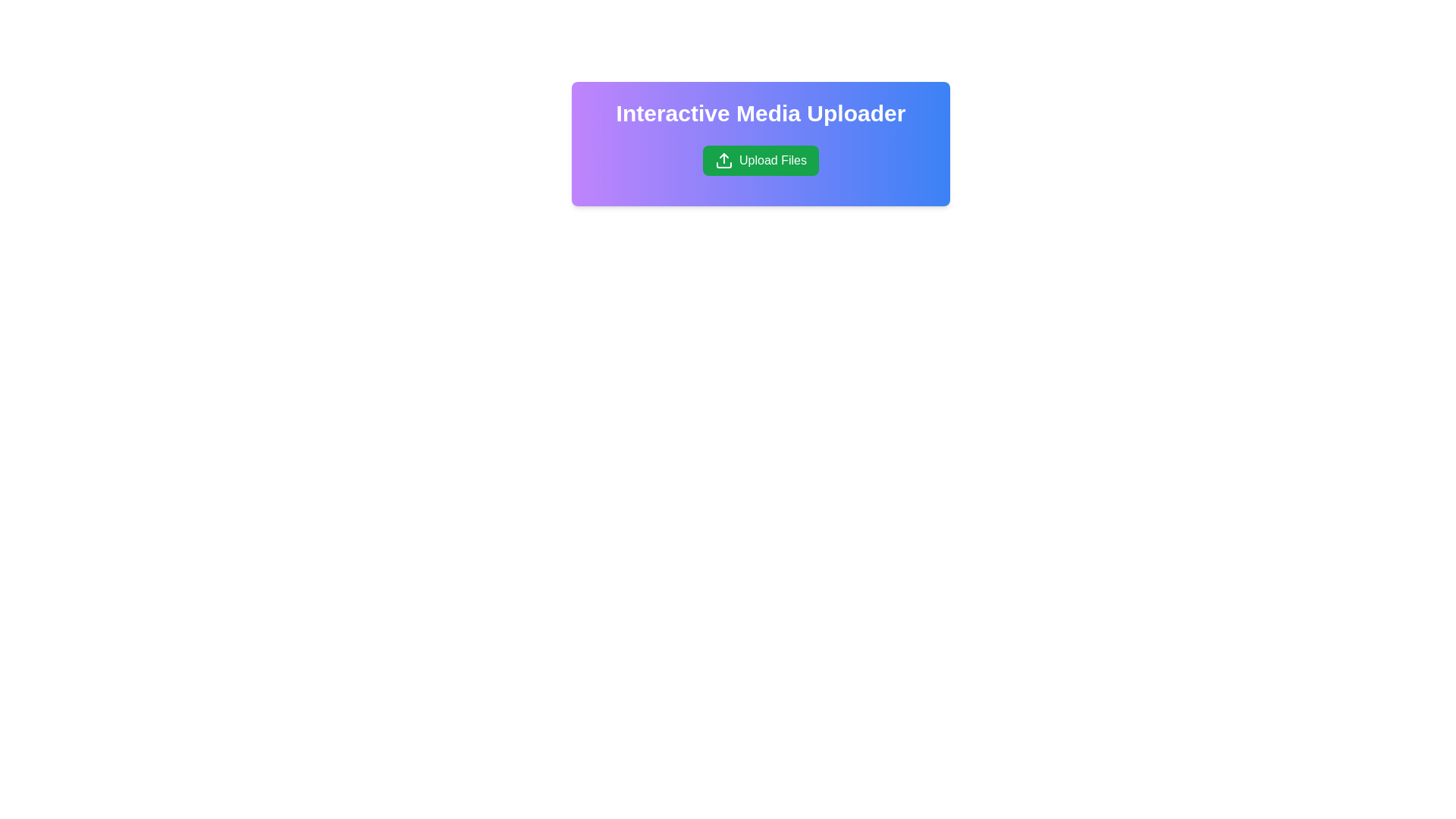 This screenshot has width=1456, height=819. Describe the element at coordinates (761, 161) in the screenshot. I see `the file selection button located in the 'Interactive Media Uploader' section` at that location.